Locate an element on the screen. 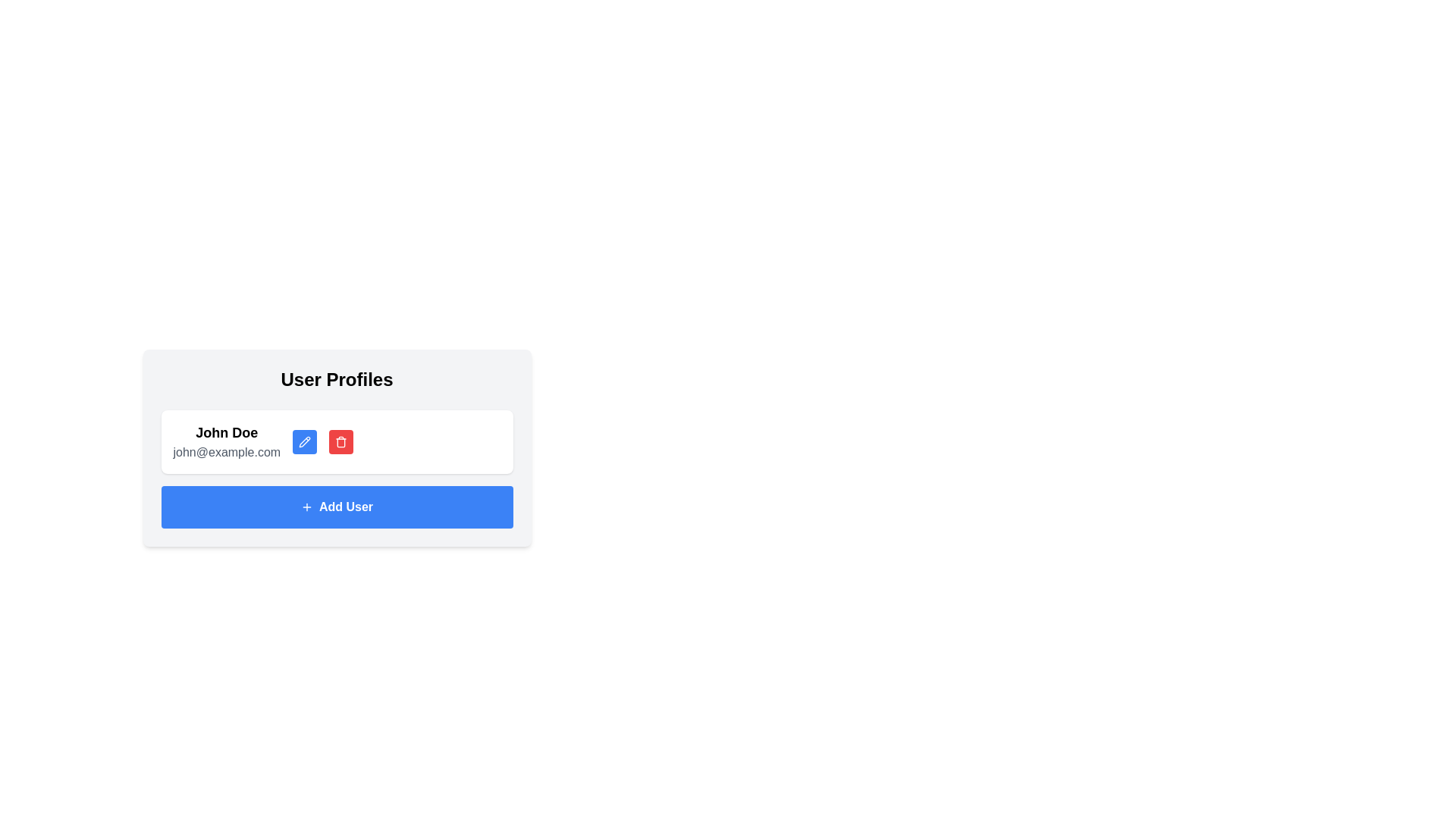 This screenshot has height=819, width=1456. the pencil icon within the blue circular button to initiate the edit function for the user profile is located at coordinates (304, 441).